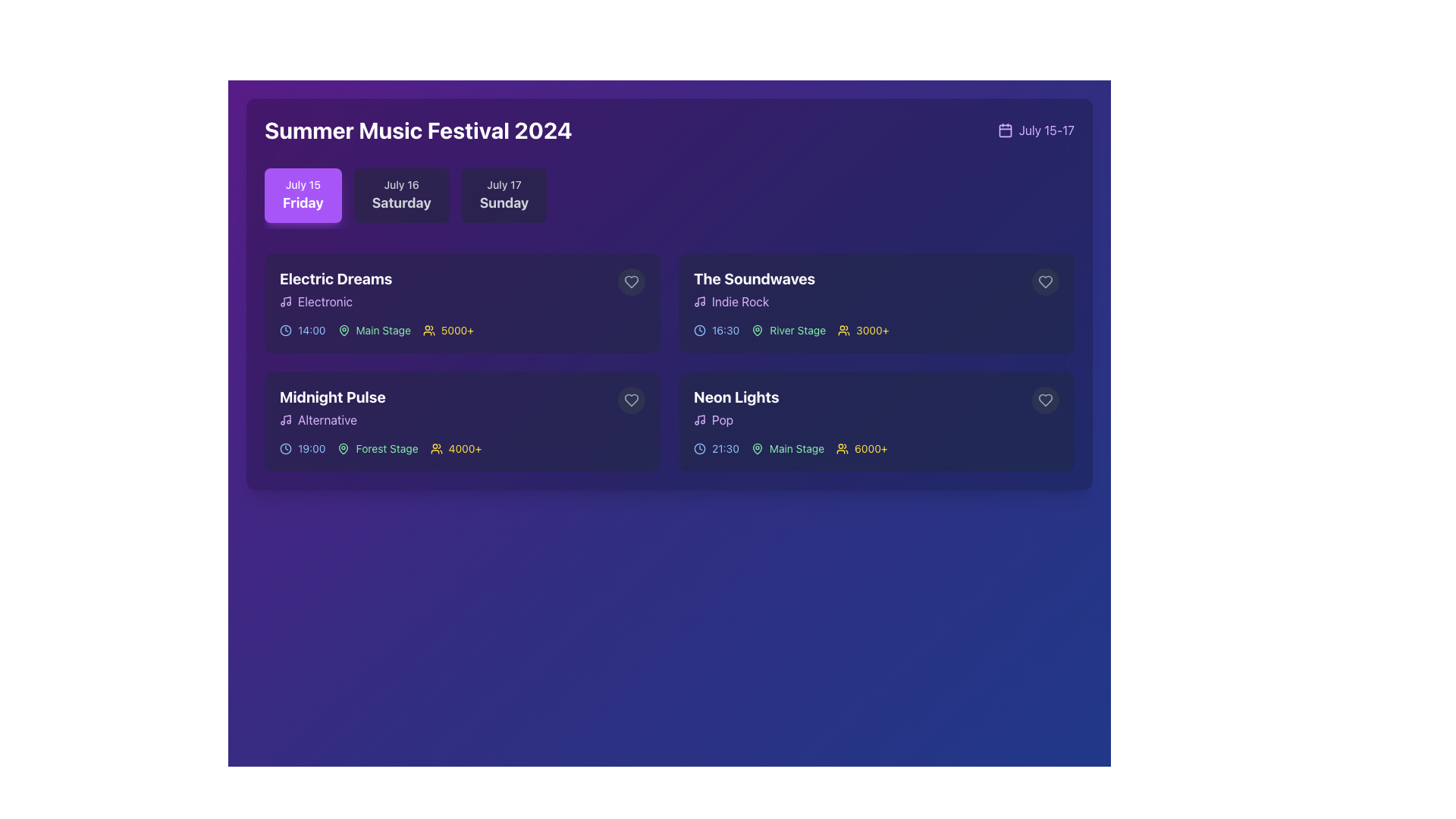 The image size is (1456, 819). Describe the element at coordinates (877, 329) in the screenshot. I see `information presented in the informative row displaying event details, including scheduled time, venue, and expected audience count, located in the fourth card titled 'The Soundwaves'` at that location.